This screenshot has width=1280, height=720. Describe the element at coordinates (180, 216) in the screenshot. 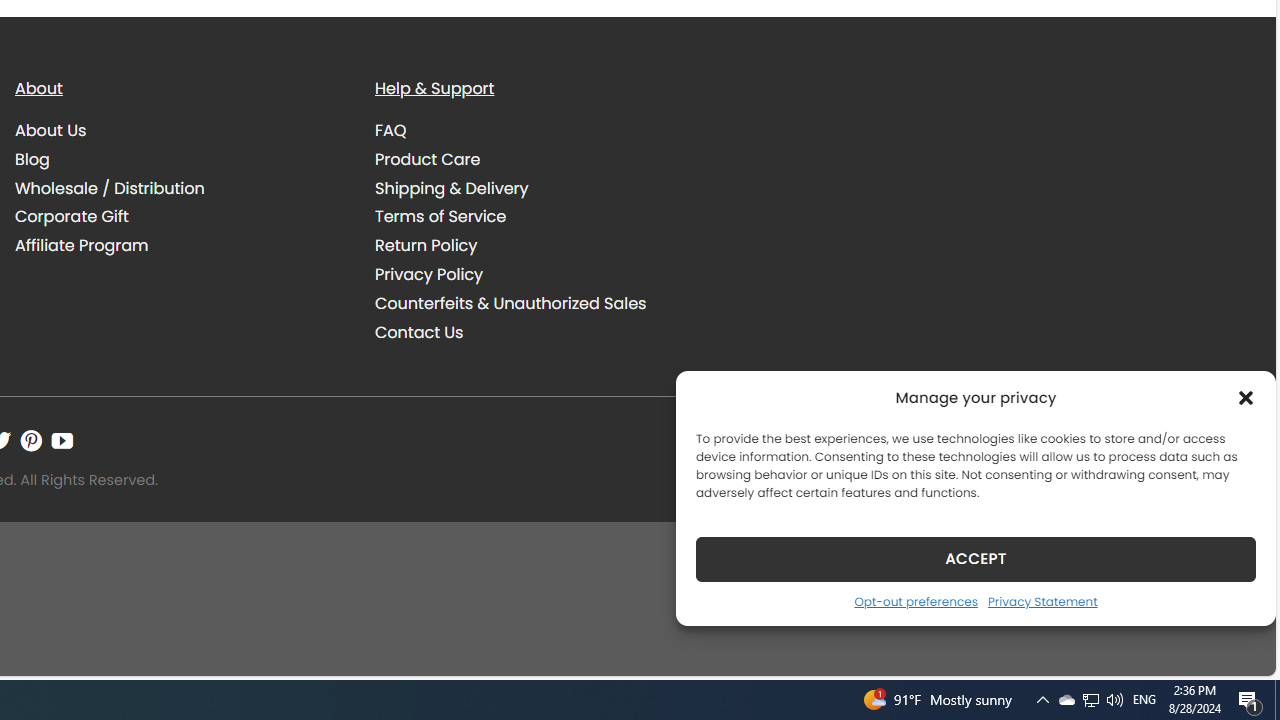

I see `'Corporate Gift'` at that location.